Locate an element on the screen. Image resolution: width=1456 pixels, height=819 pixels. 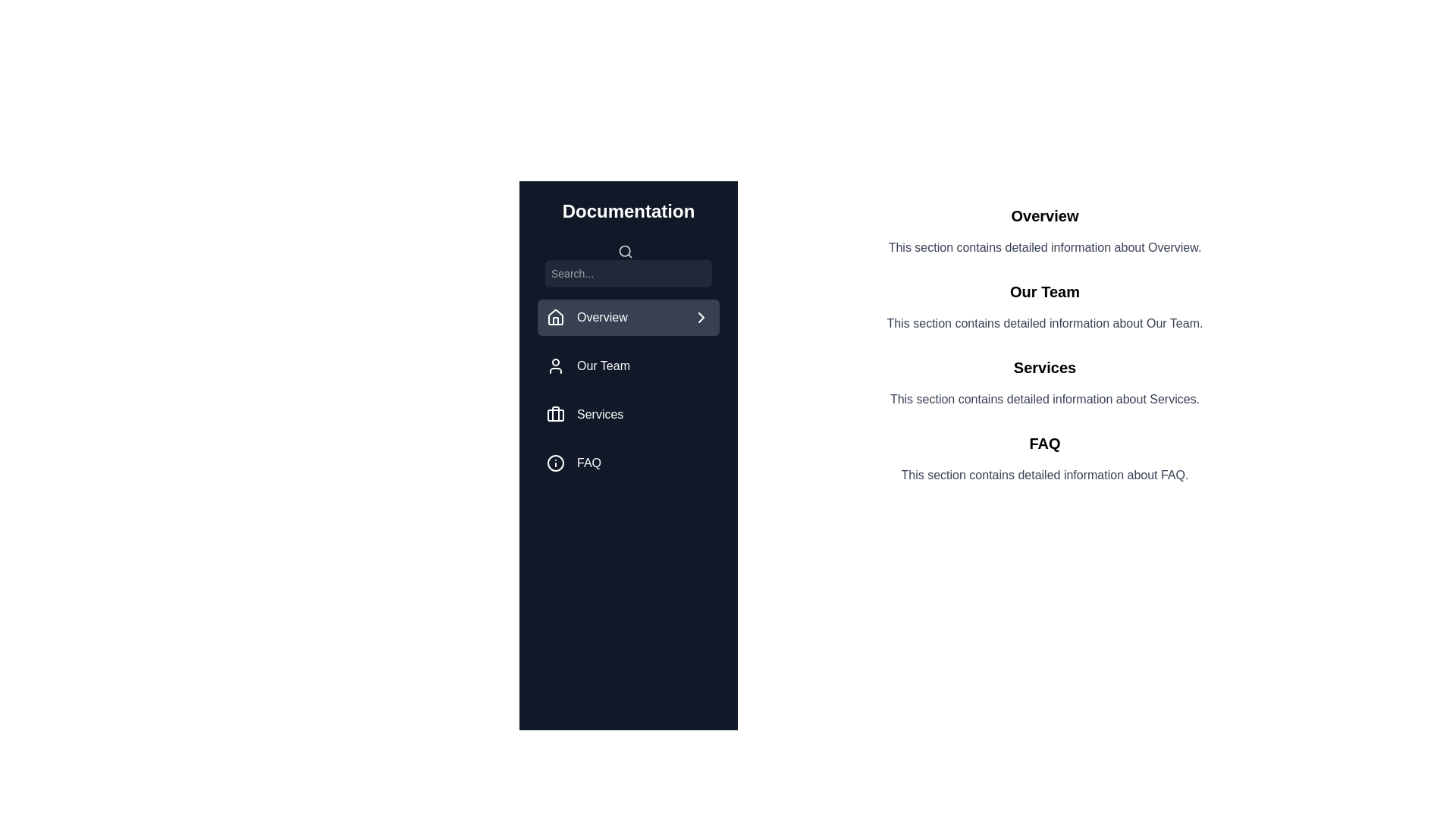
the header element that indicates the start of the FAQ section, located on the left side of the main content area is located at coordinates (1043, 444).